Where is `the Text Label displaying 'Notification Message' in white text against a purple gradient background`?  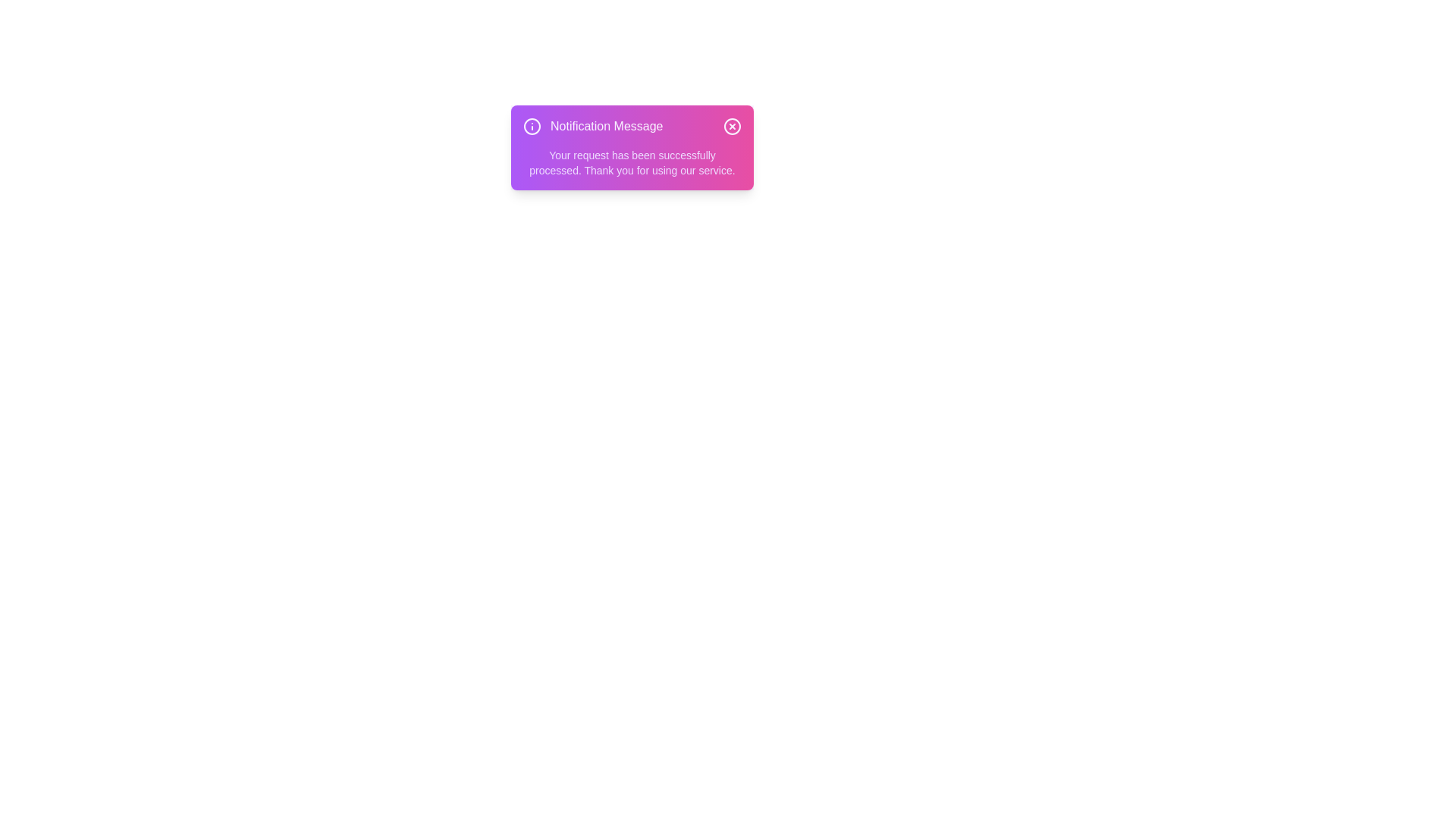 the Text Label displaying 'Notification Message' in white text against a purple gradient background is located at coordinates (607, 125).